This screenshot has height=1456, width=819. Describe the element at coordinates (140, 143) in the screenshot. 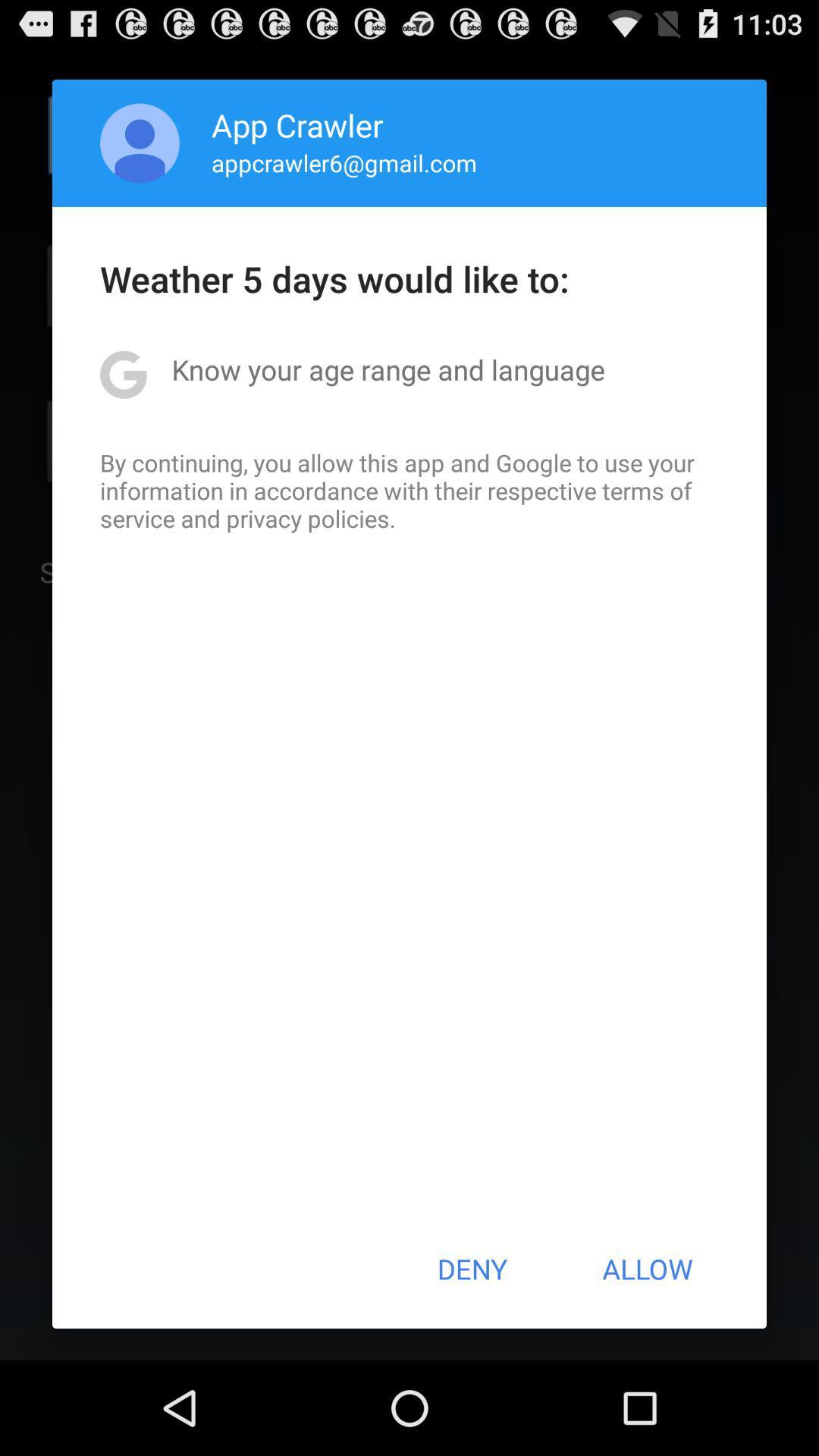

I see `the icon next to app crawler app` at that location.